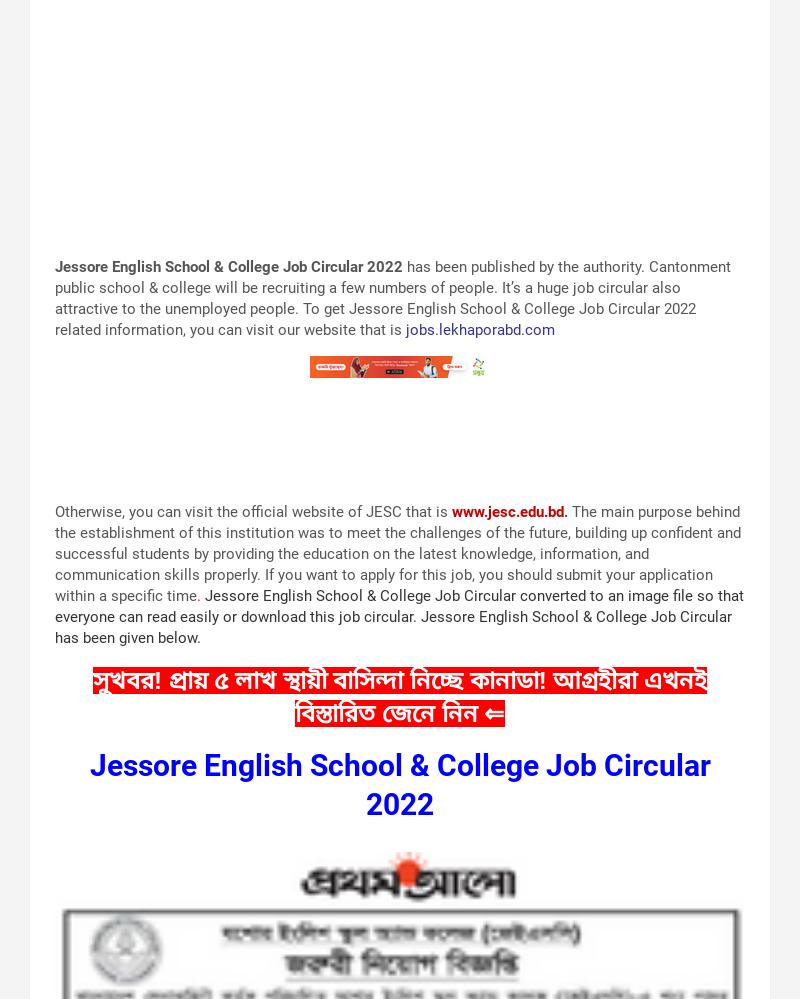 The image size is (800, 999). What do you see at coordinates (360, 595) in the screenshot?
I see `'Jessore English School & College Job Circular'` at bounding box center [360, 595].